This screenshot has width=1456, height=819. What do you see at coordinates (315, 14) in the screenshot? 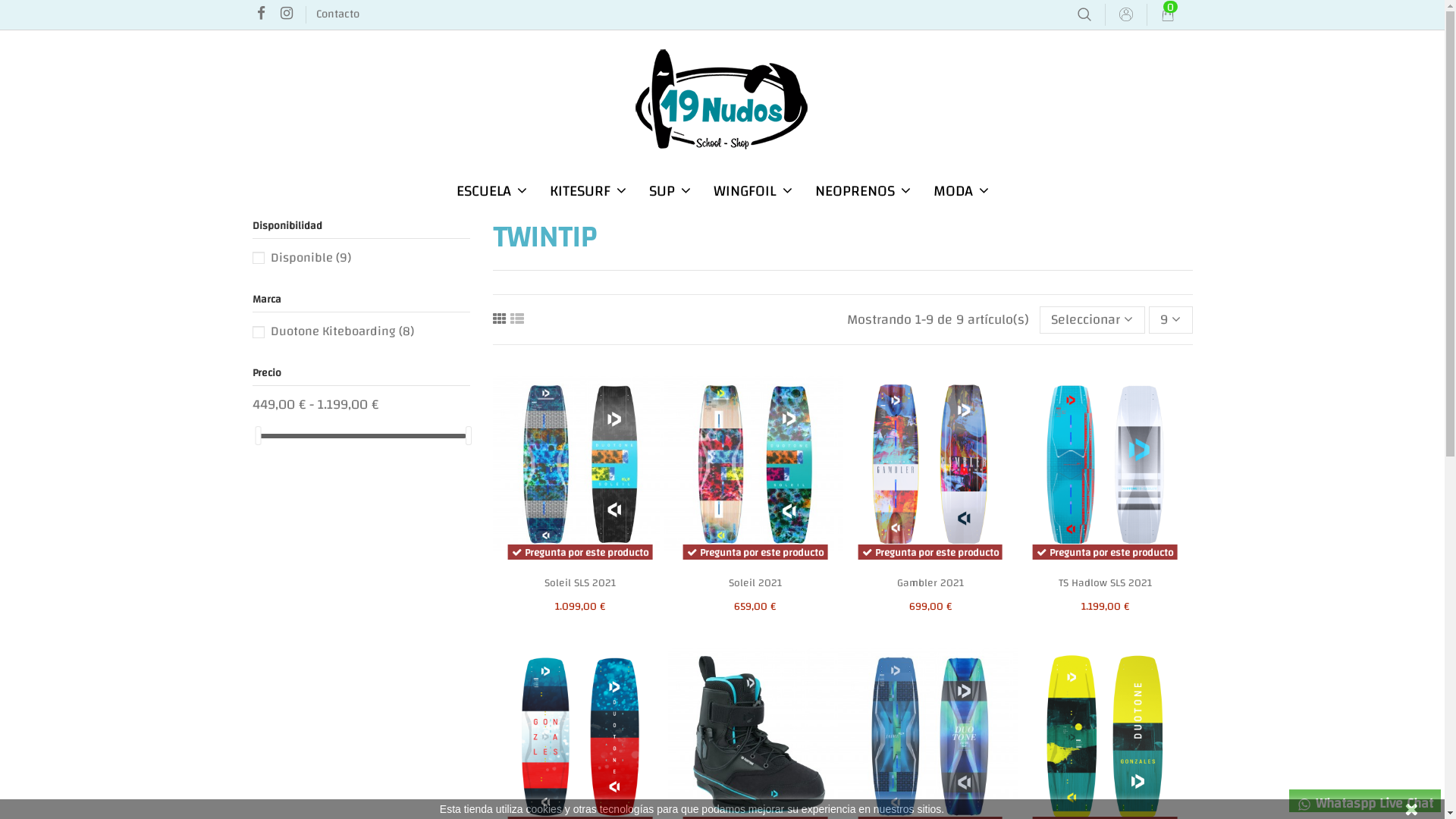
I see `'Contacto'` at bounding box center [315, 14].